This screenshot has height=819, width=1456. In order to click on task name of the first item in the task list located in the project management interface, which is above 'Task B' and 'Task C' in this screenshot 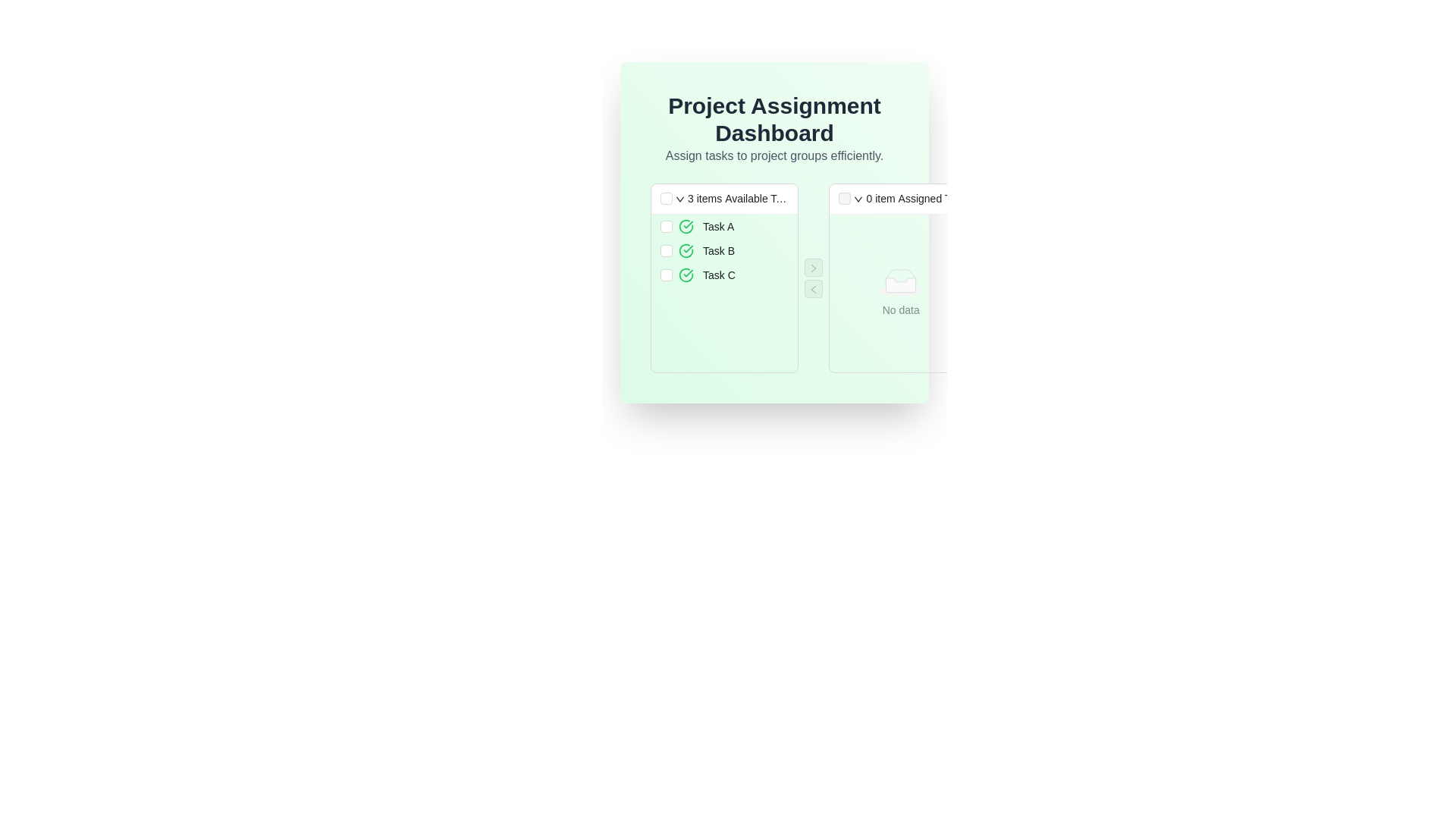, I will do `click(723, 227)`.